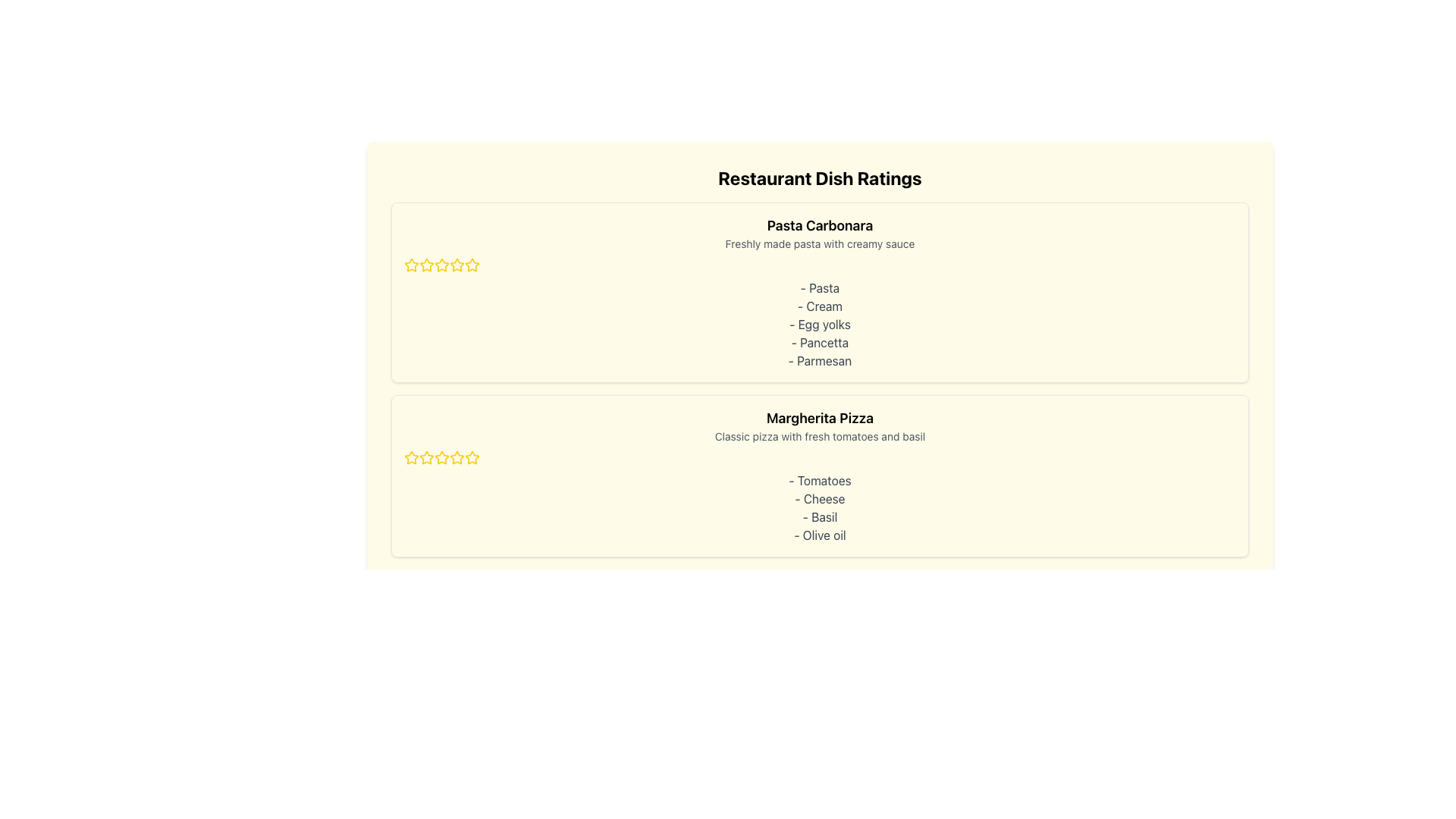 This screenshot has width=1456, height=819. Describe the element at coordinates (425, 457) in the screenshot. I see `the first star rating icon of the 'Margherita Pizza' dish` at that location.